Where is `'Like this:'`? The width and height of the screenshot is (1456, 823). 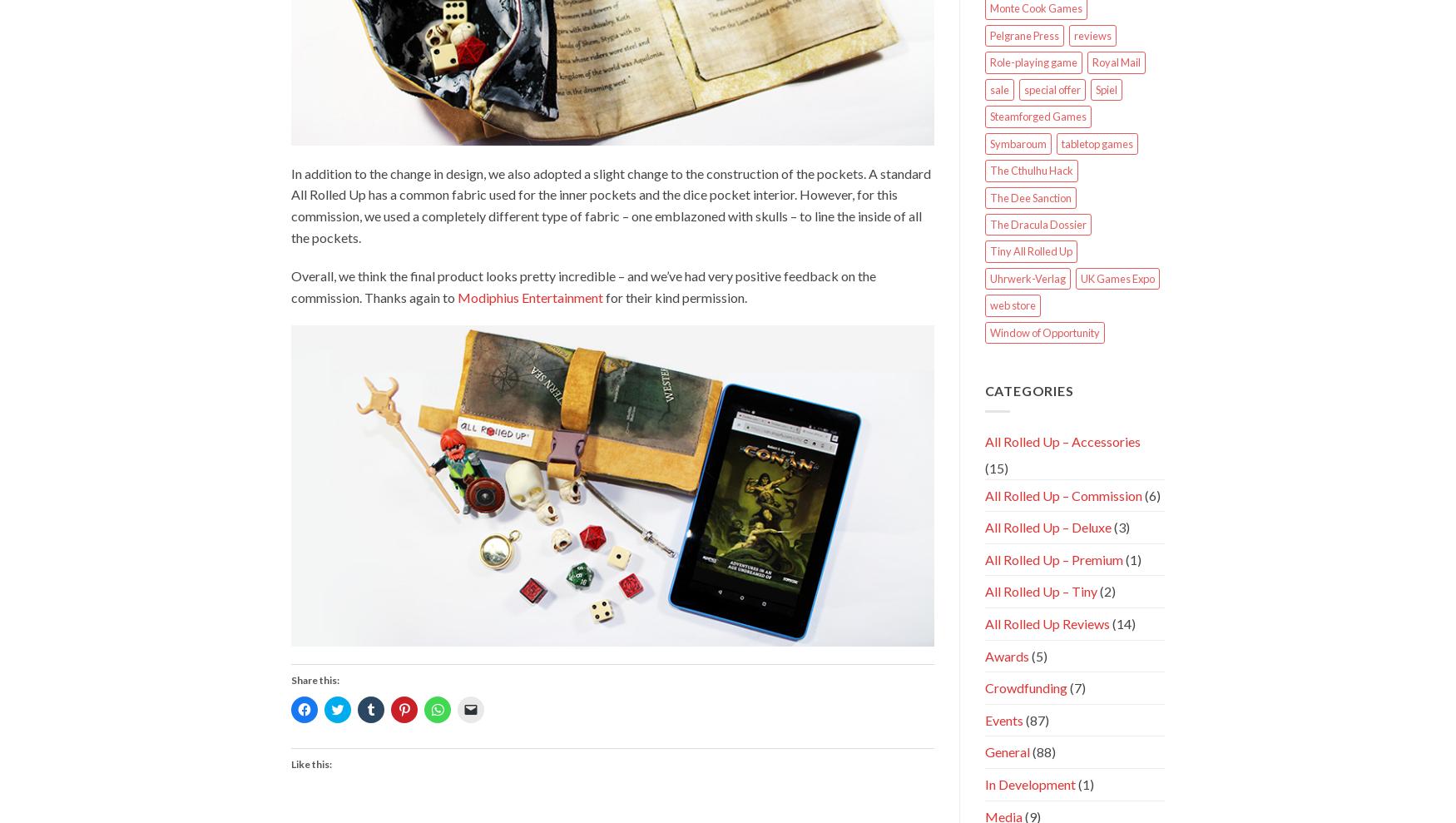
'Like this:' is located at coordinates (311, 763).